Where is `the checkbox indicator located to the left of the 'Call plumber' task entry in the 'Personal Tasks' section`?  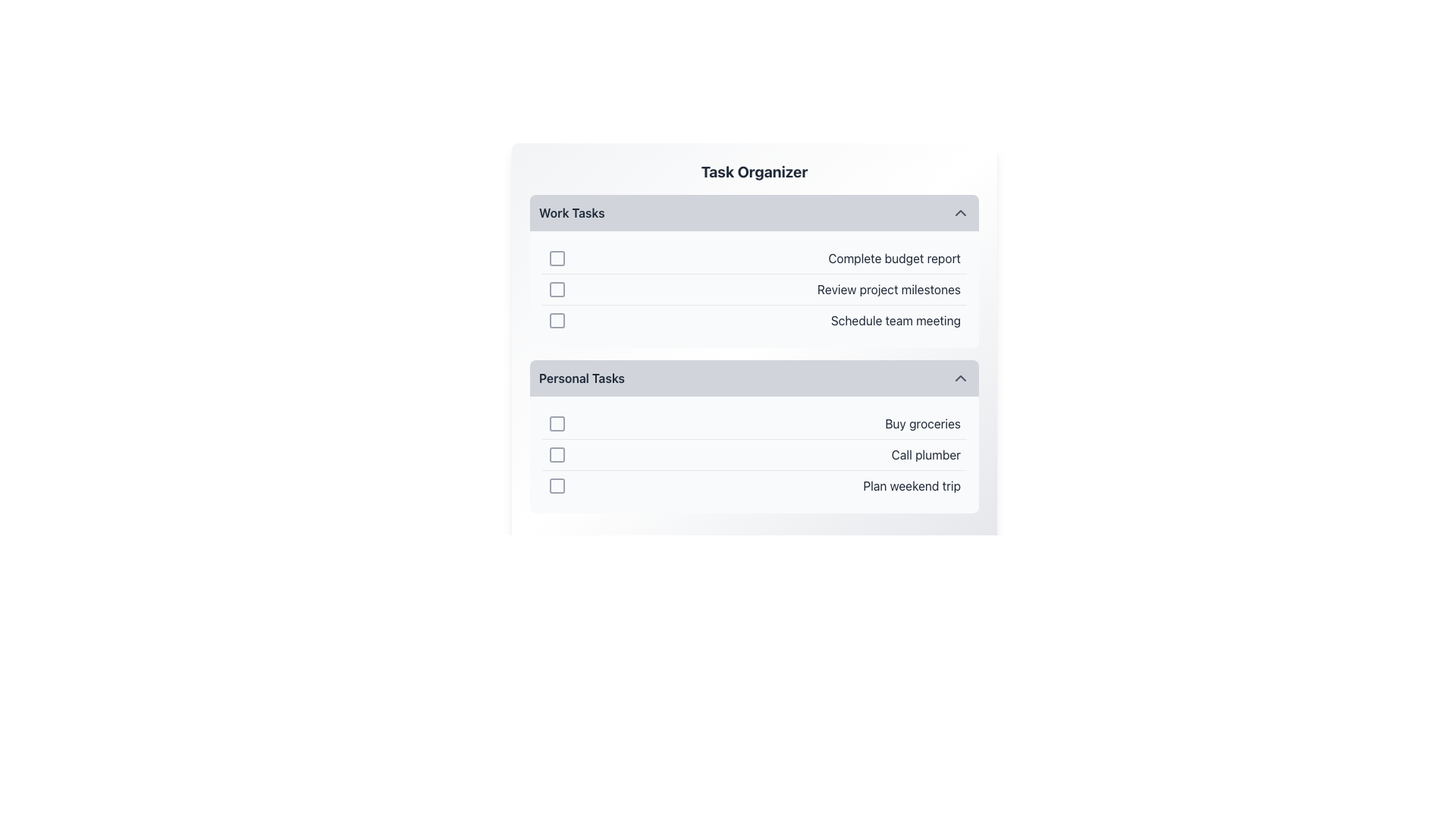 the checkbox indicator located to the left of the 'Call plumber' task entry in the 'Personal Tasks' section is located at coordinates (556, 454).